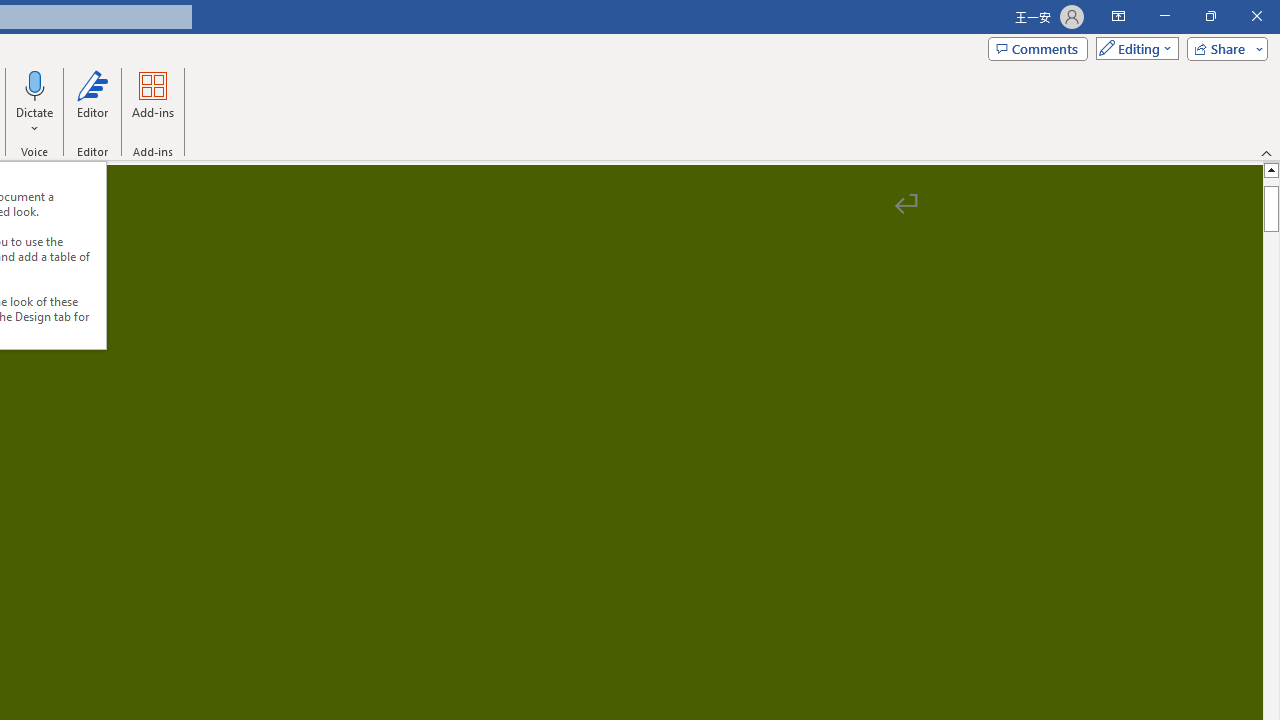  What do you see at coordinates (35, 121) in the screenshot?
I see `'More Options'` at bounding box center [35, 121].